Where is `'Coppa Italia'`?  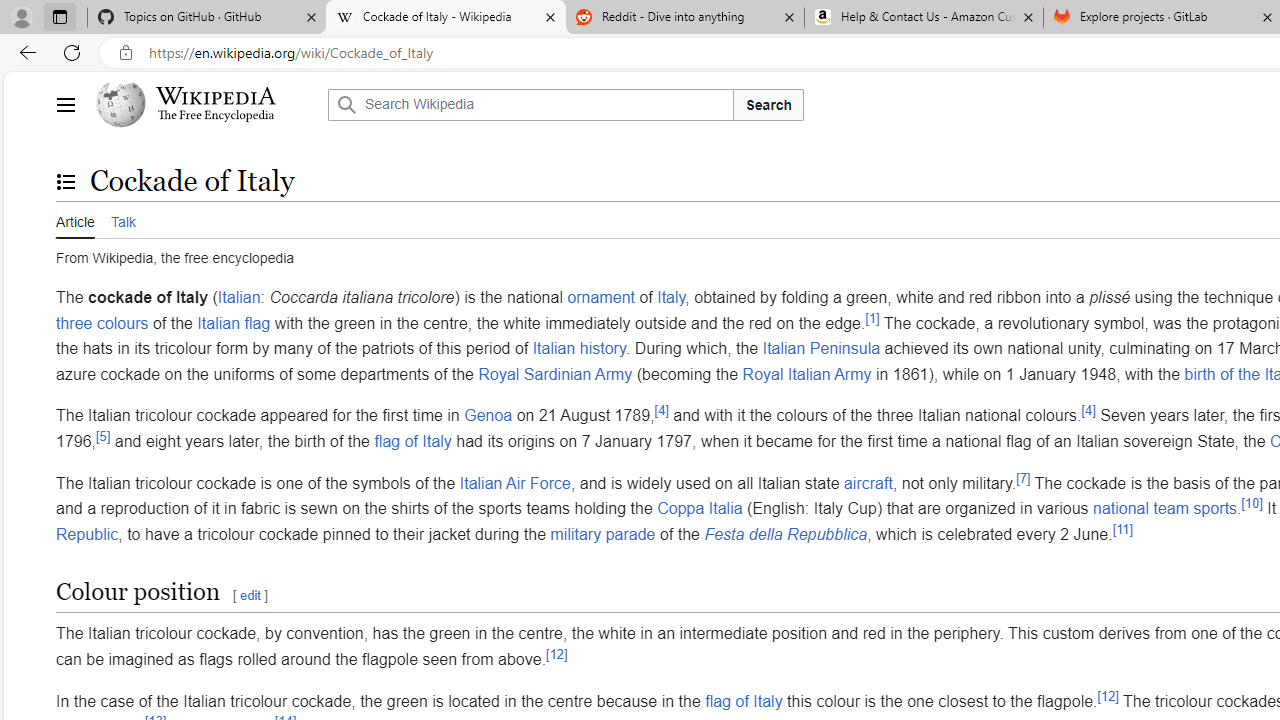
'Coppa Italia' is located at coordinates (699, 507).